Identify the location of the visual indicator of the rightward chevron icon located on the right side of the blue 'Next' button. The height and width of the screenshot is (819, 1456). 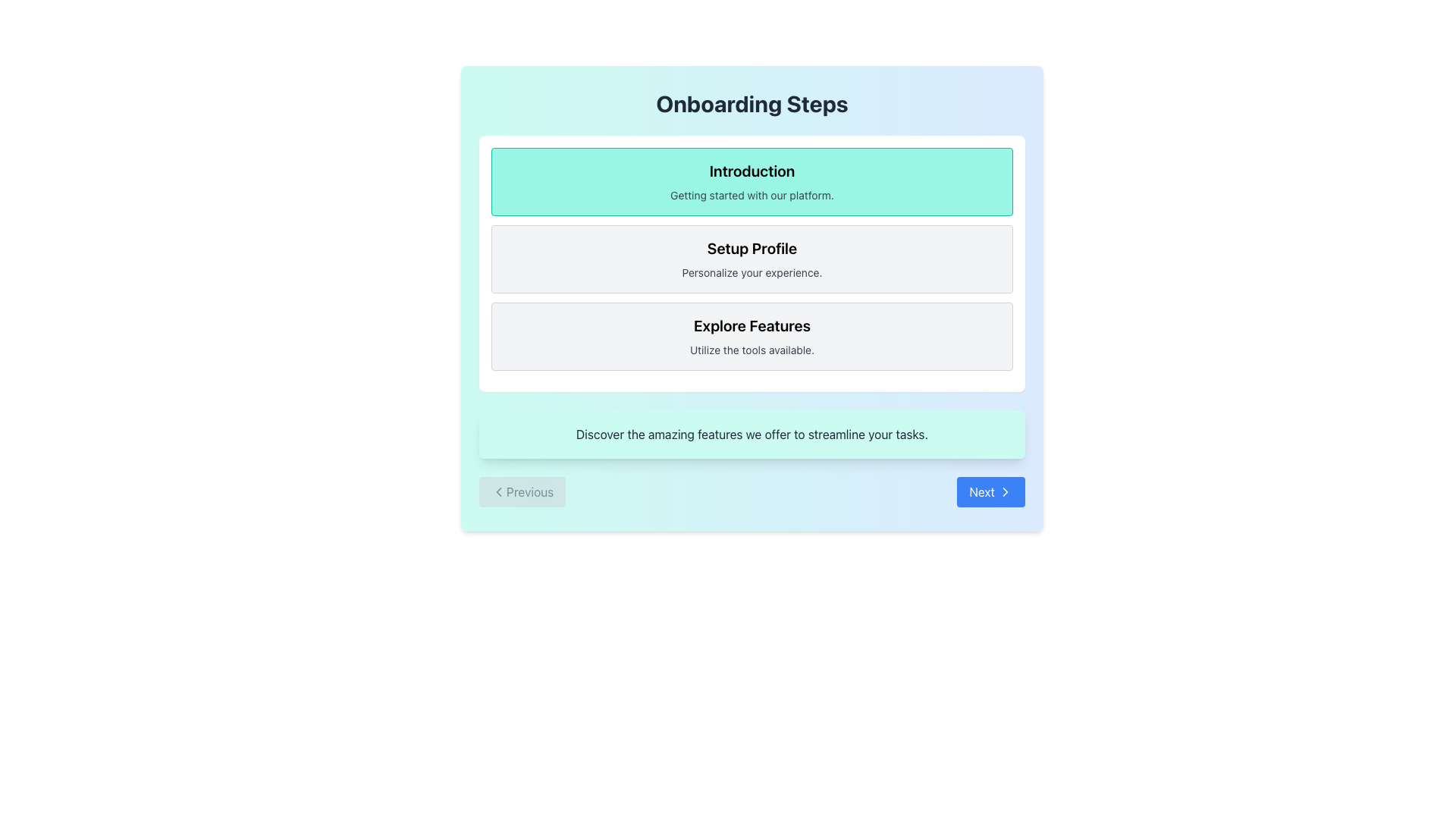
(1005, 491).